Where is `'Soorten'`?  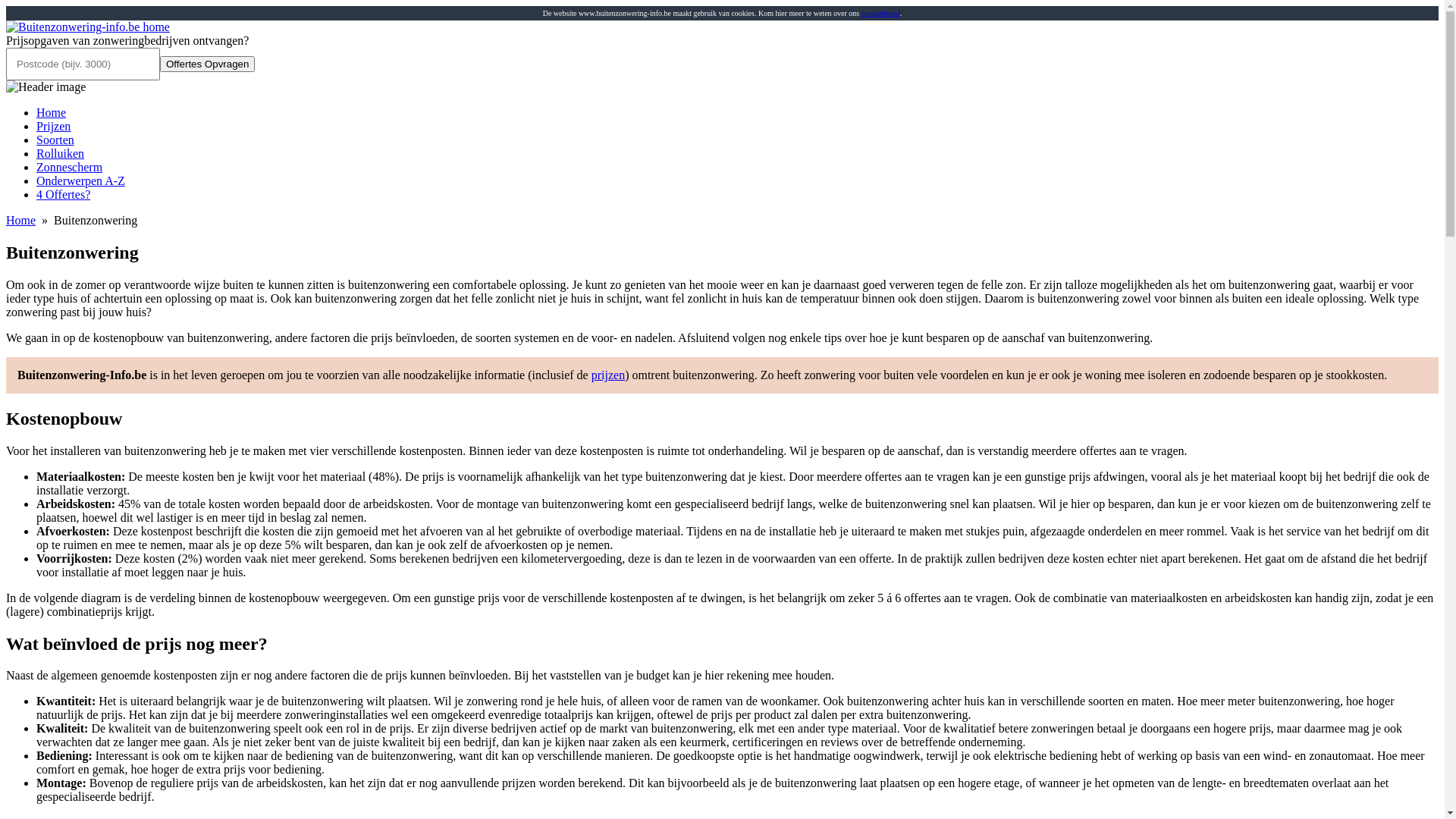
'Soorten' is located at coordinates (55, 140).